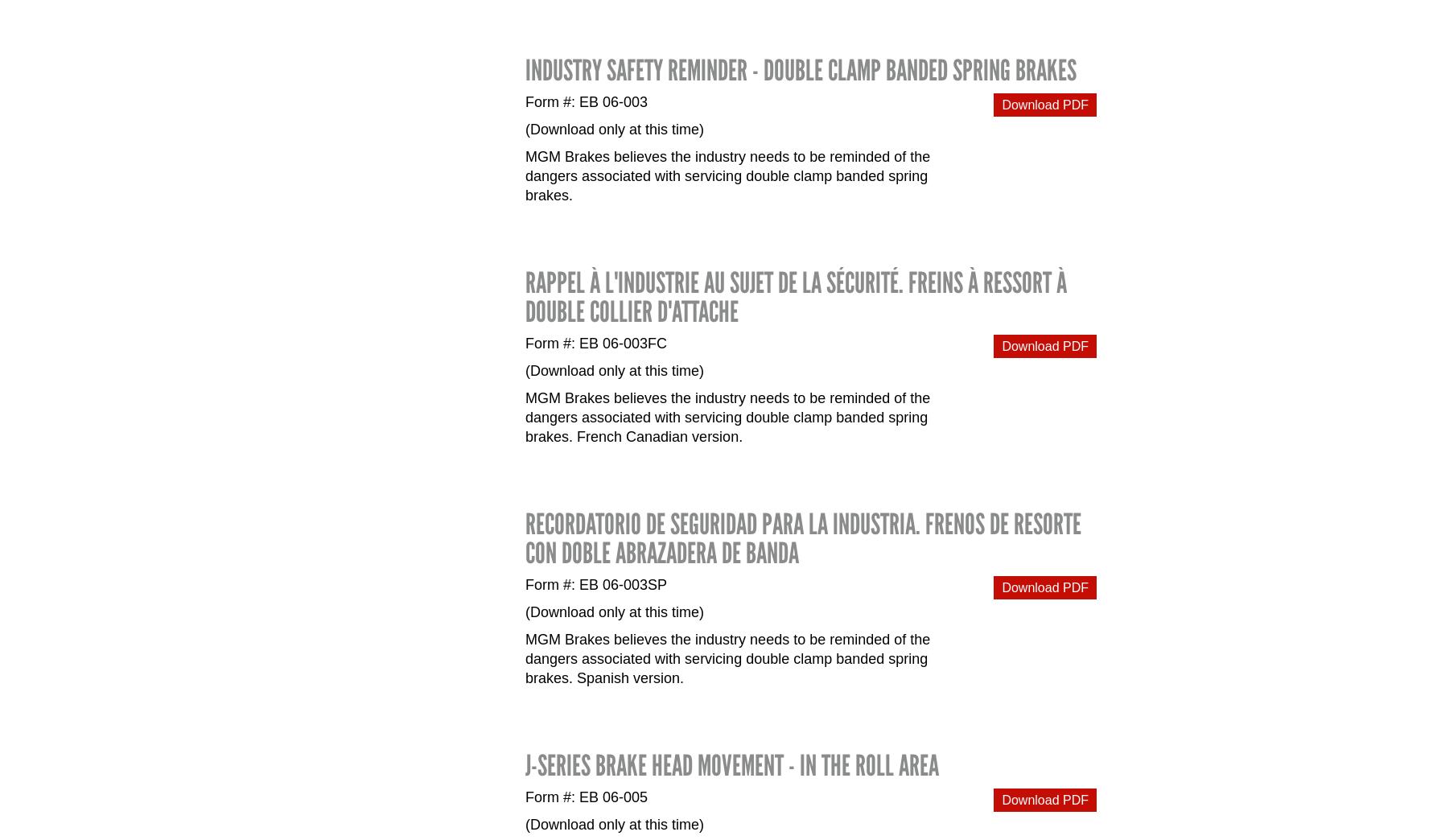 The image size is (1437, 840). What do you see at coordinates (525, 176) in the screenshot?
I see `'MGM Brakes believes the industry needs to be reminded of the dangers associated with servicing double clamp banded spring brakes.'` at bounding box center [525, 176].